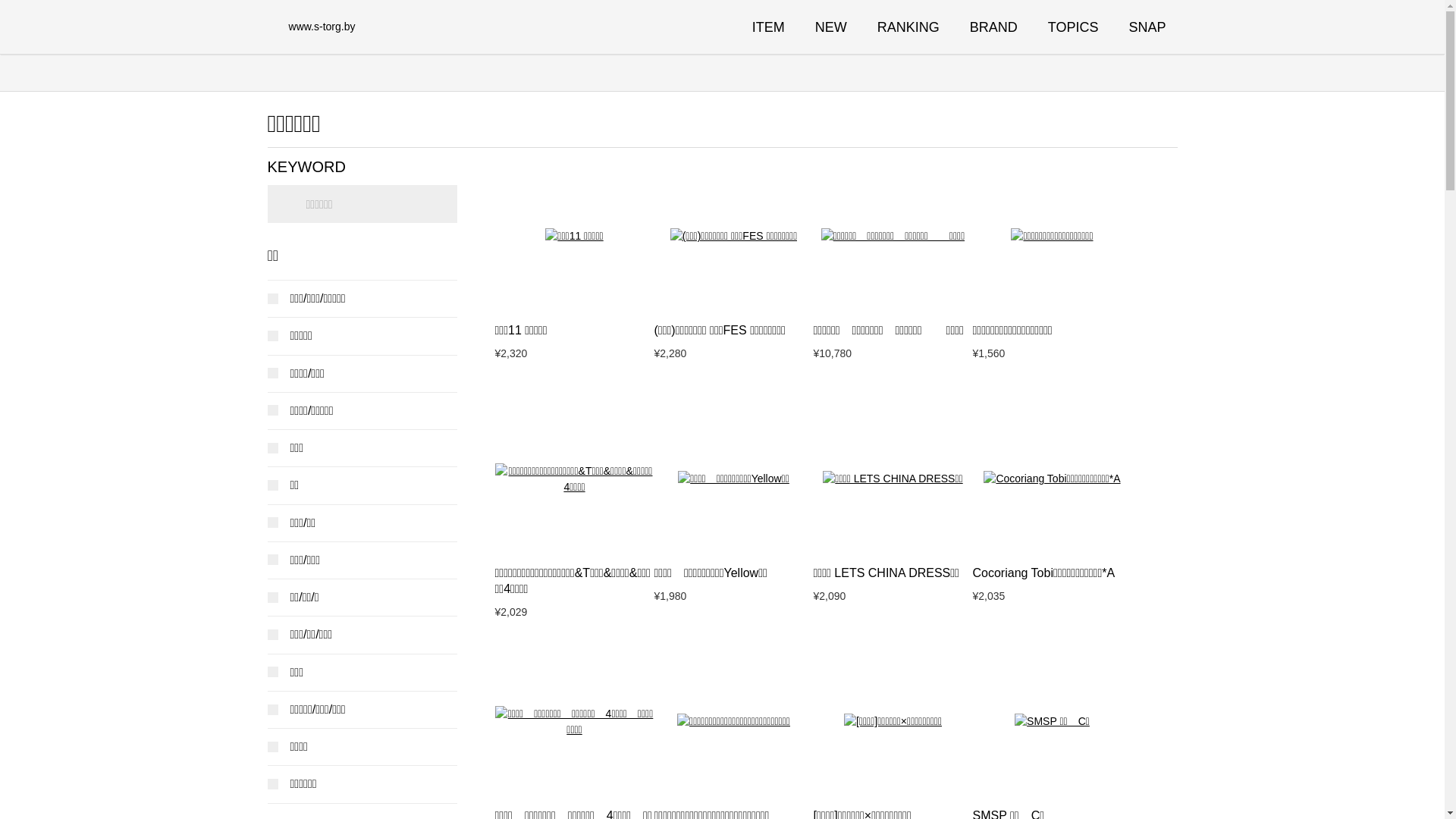 This screenshot has width=1456, height=819. I want to click on 'SNAP', so click(1147, 27).